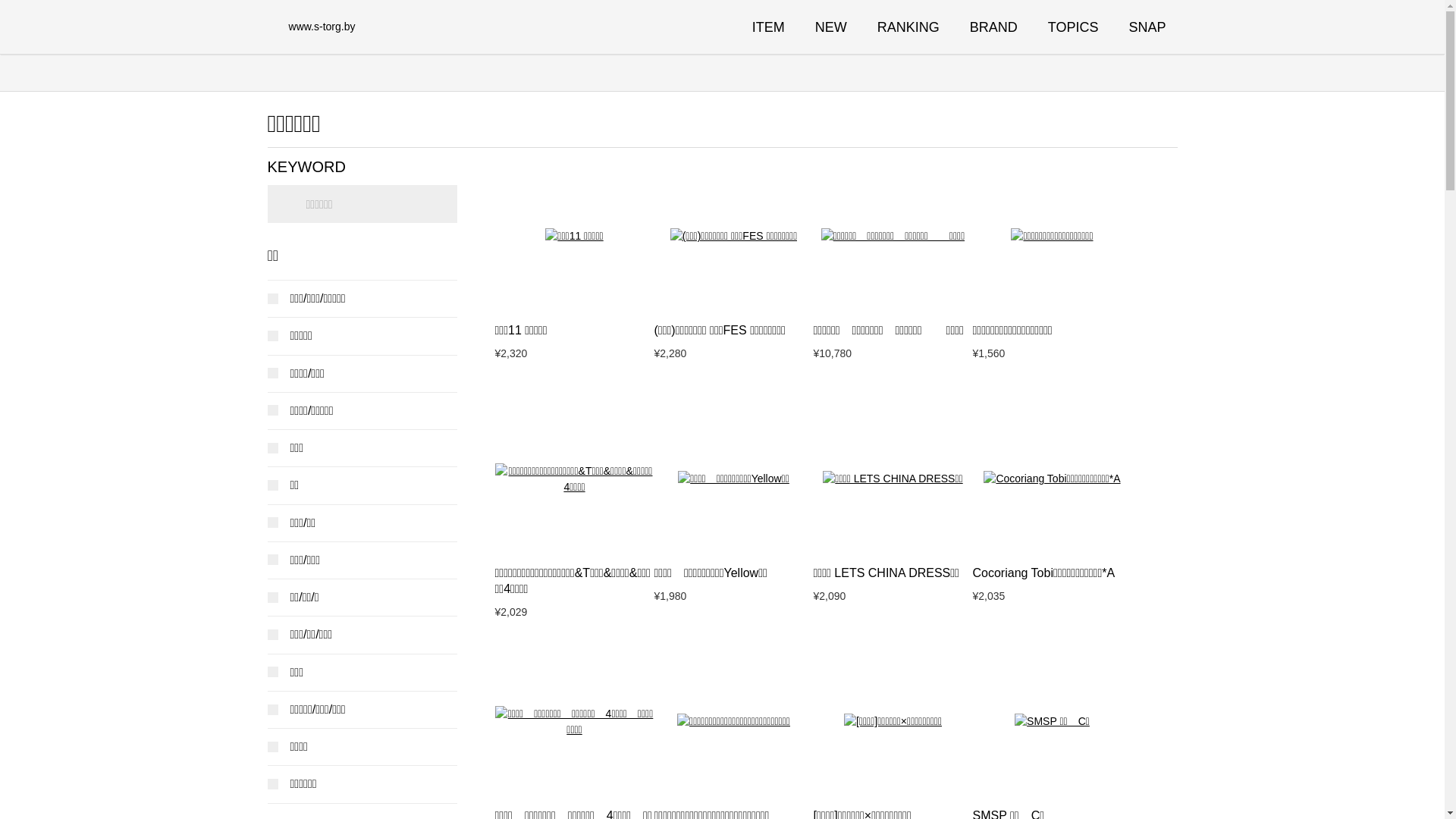 This screenshot has width=1456, height=819. I want to click on 'SNAP', so click(1147, 27).